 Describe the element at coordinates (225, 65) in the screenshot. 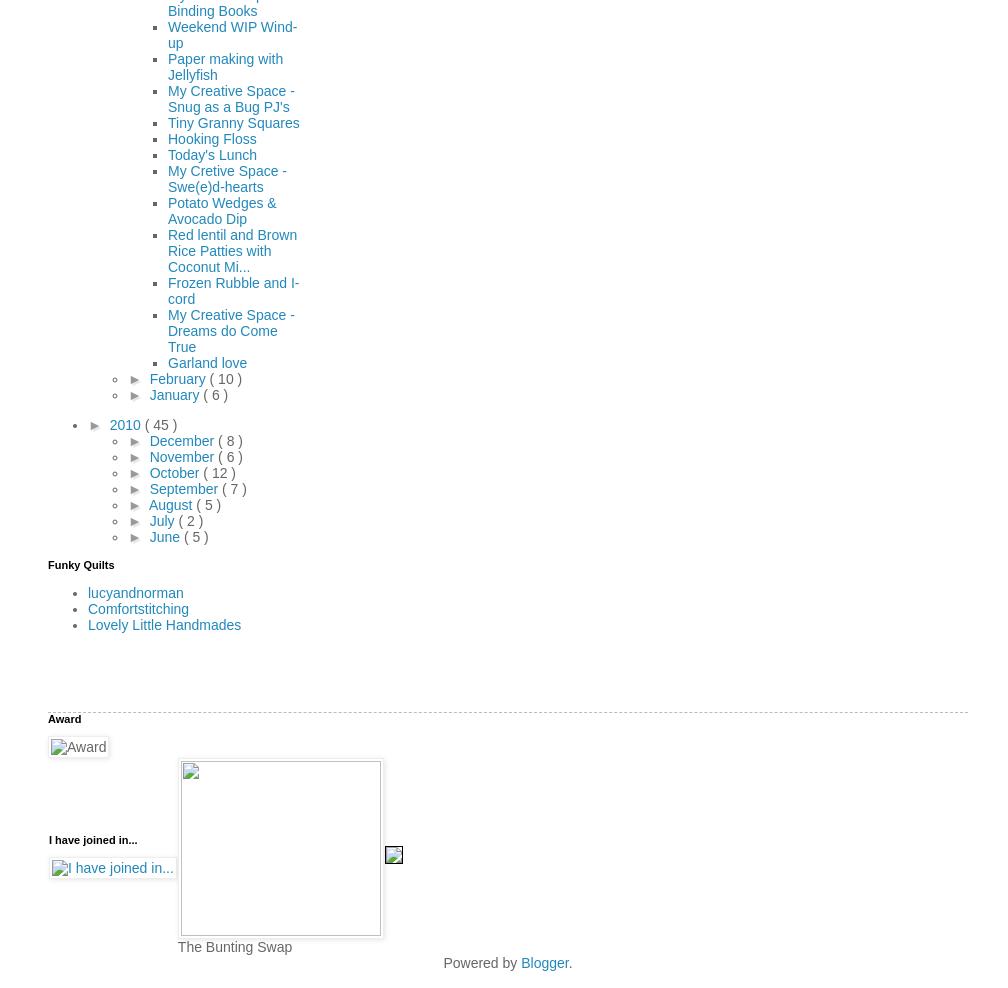

I see `'Paper making with Jellyfish'` at that location.